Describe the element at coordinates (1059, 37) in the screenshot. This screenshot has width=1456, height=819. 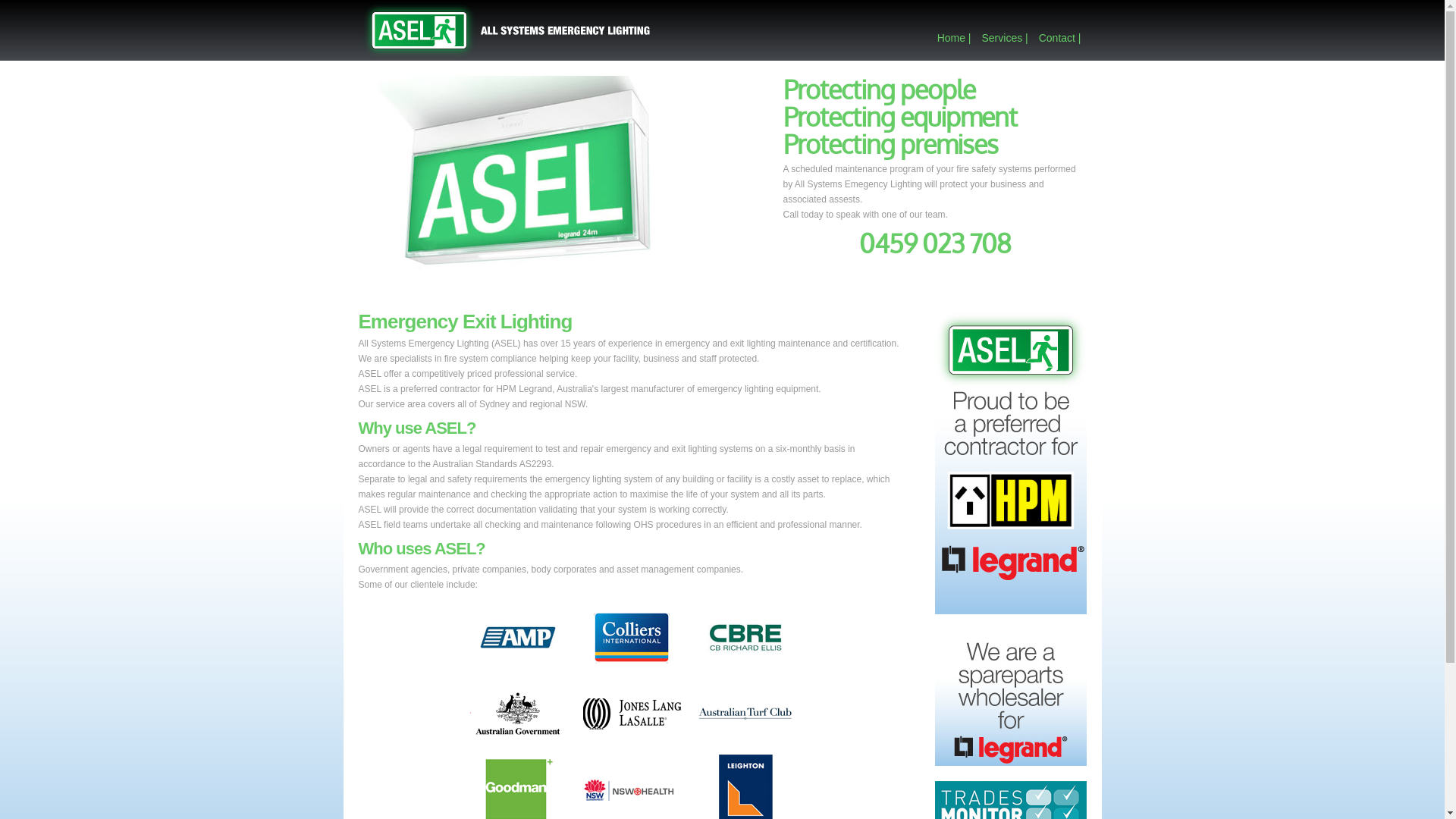
I see `'Contact |'` at that location.